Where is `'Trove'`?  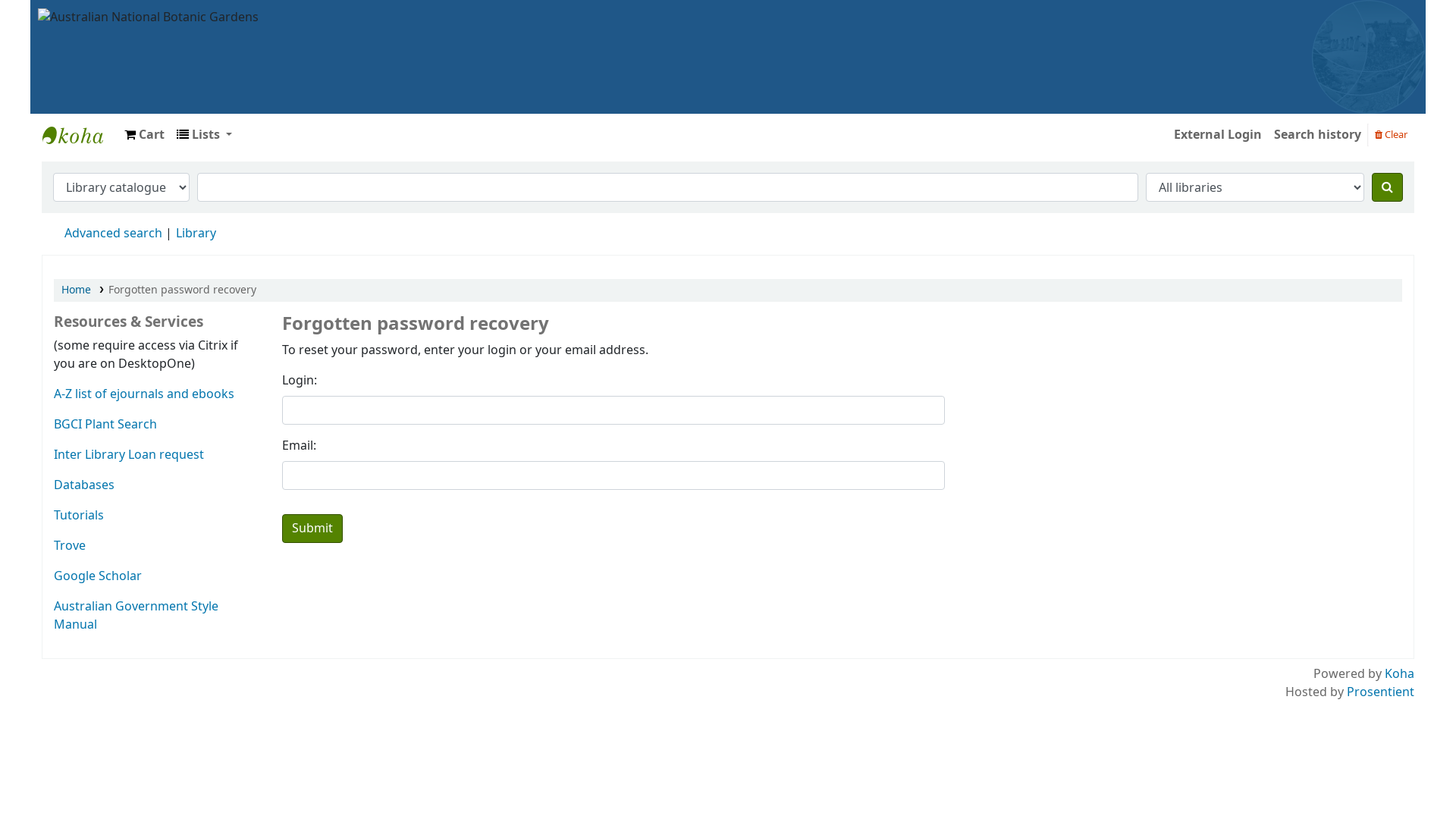 'Trove' is located at coordinates (54, 546).